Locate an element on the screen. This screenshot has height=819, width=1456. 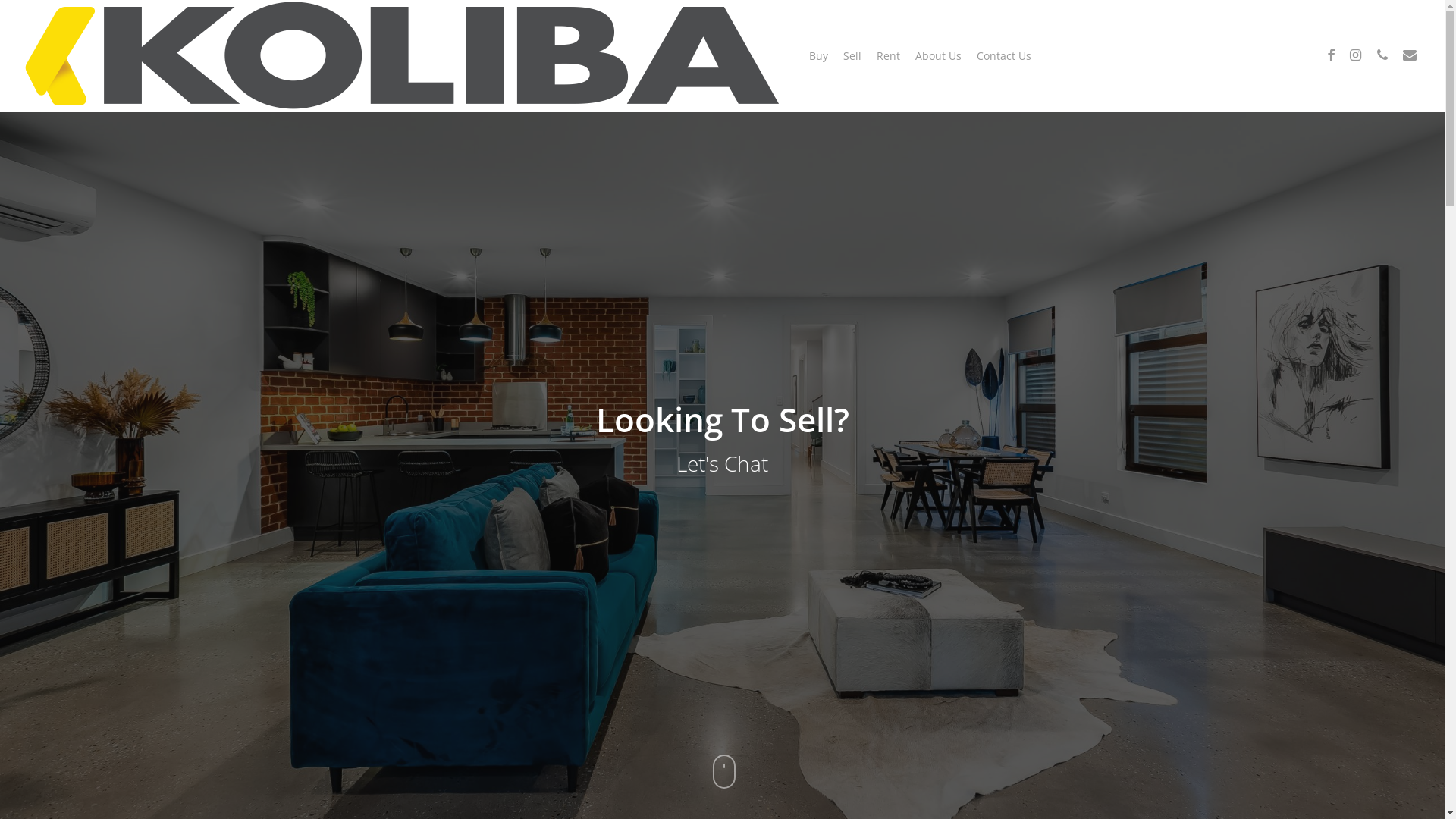
'Rent' is located at coordinates (877, 55).